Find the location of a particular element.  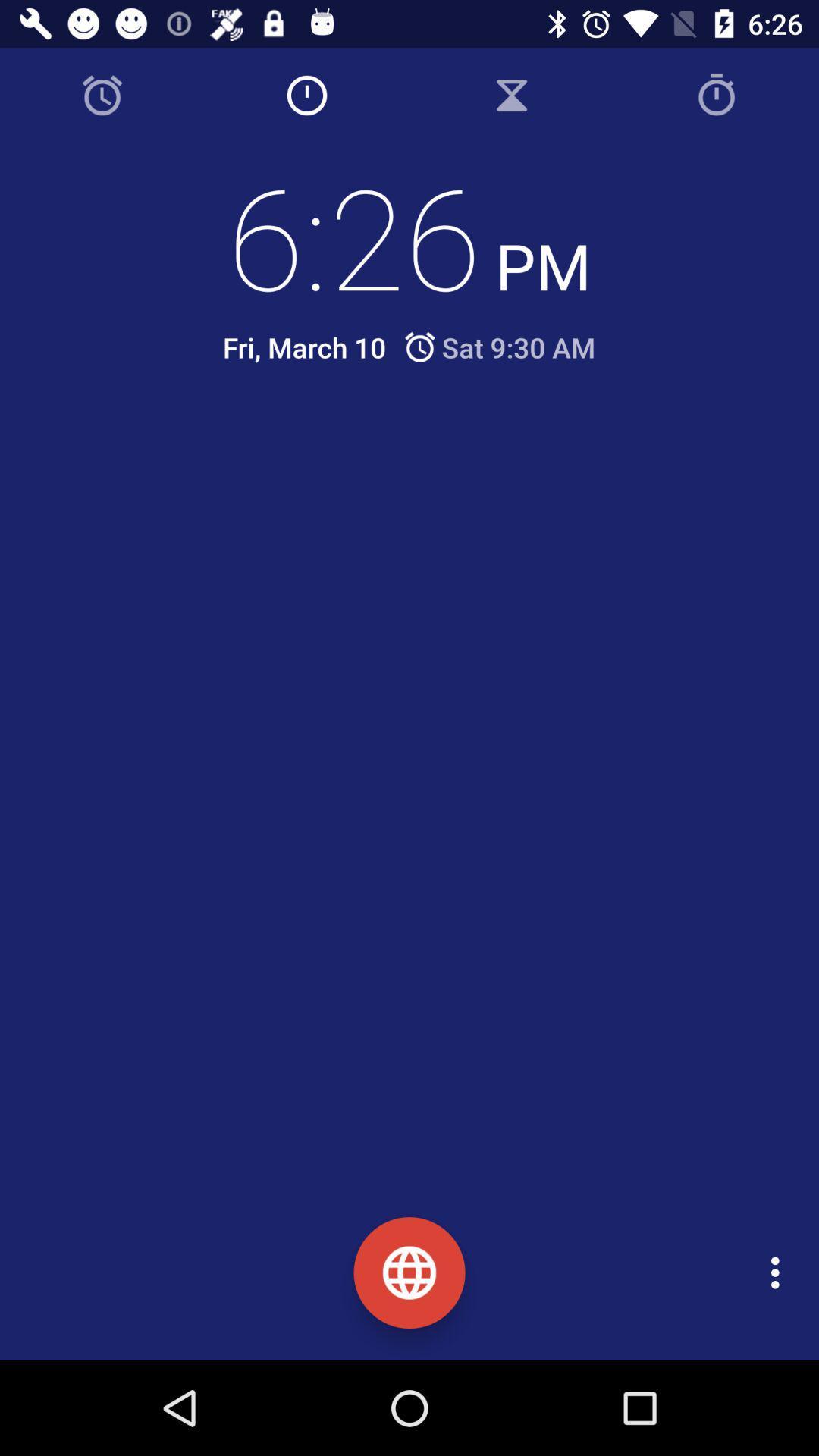

the more icon is located at coordinates (779, 1272).